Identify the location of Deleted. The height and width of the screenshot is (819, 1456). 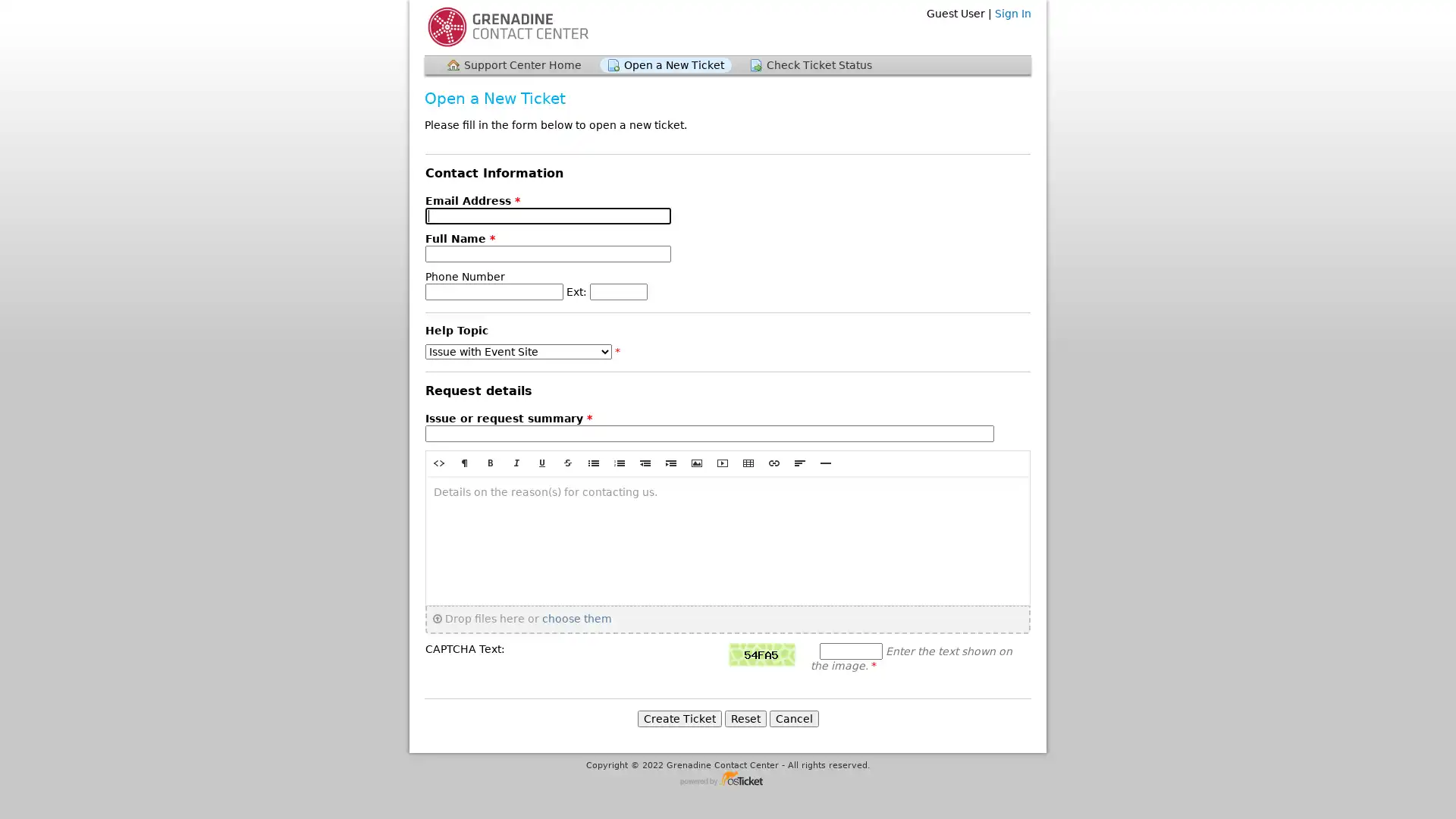
(566, 462).